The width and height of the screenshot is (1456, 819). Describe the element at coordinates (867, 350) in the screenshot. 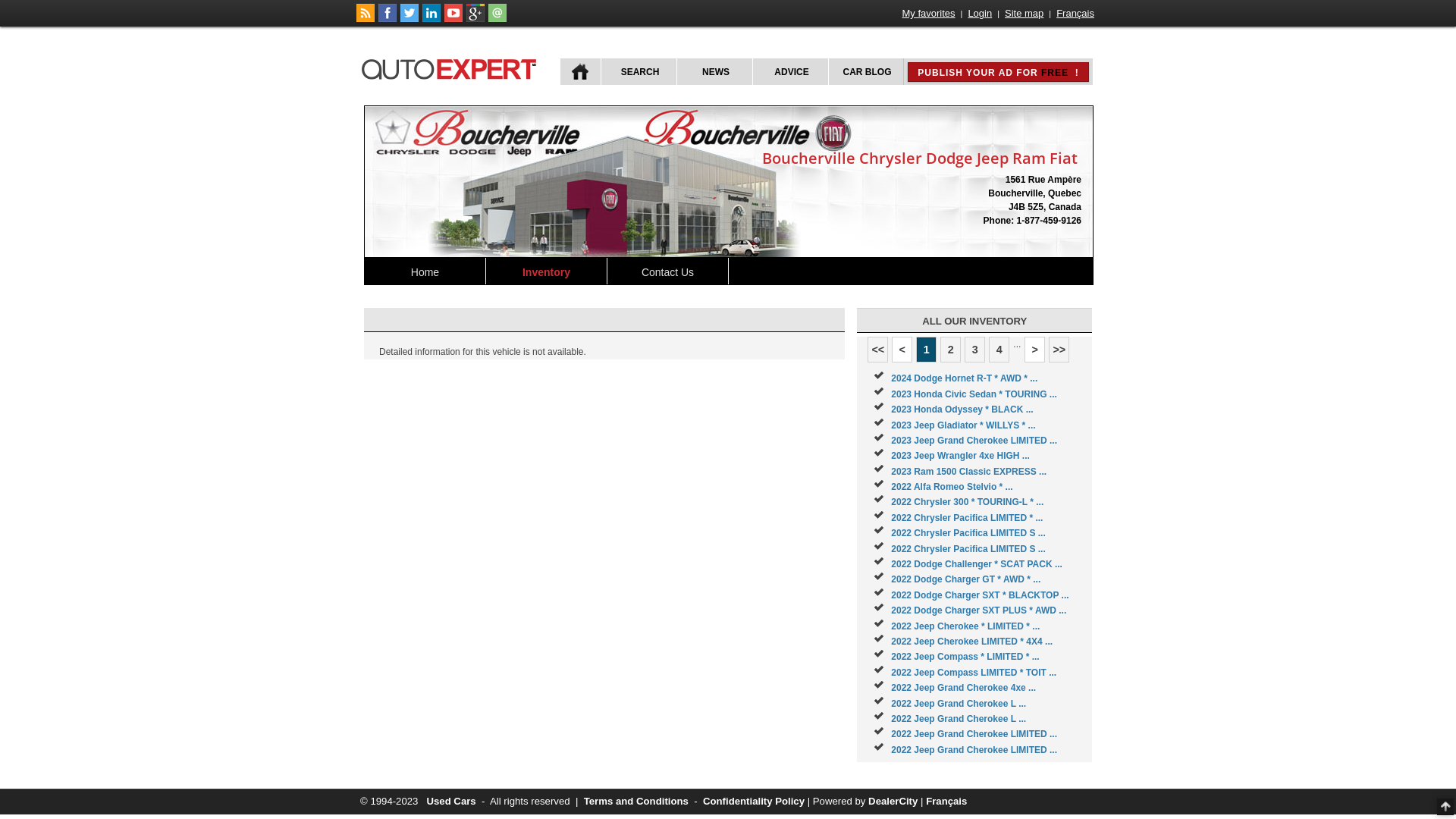

I see `'<<'` at that location.